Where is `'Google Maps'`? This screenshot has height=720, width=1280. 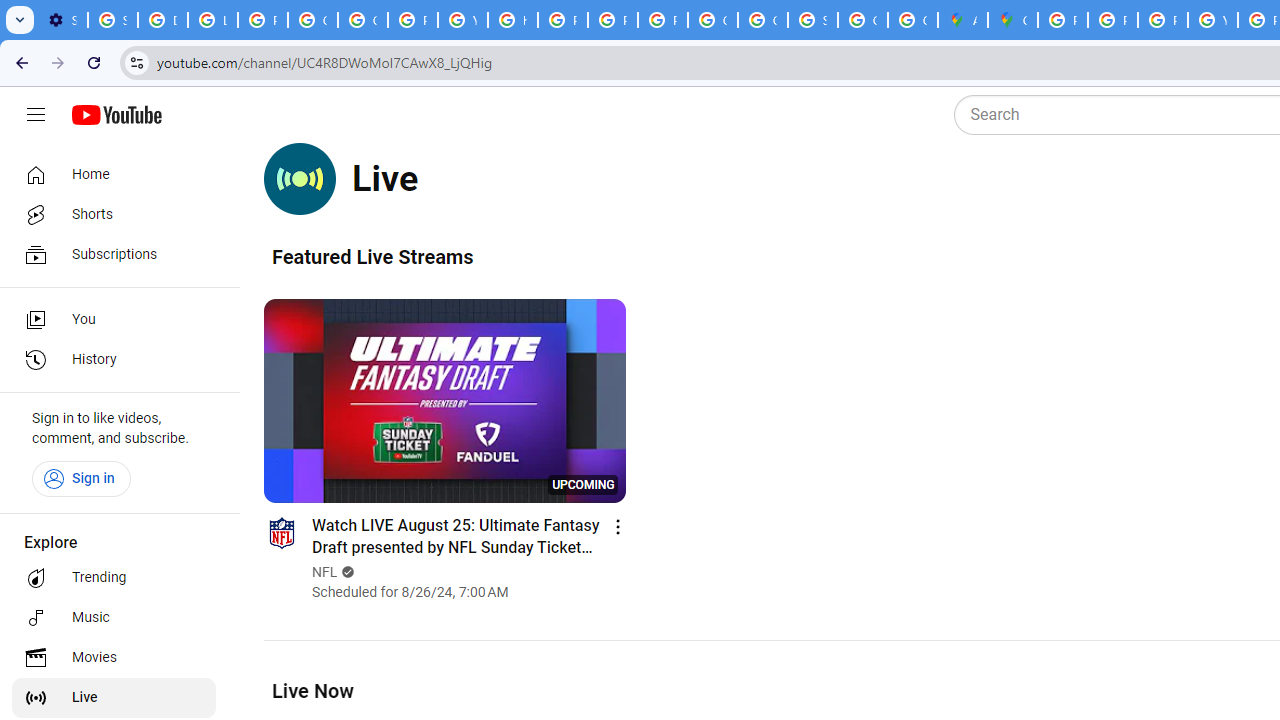
'Google Maps' is located at coordinates (1013, 20).